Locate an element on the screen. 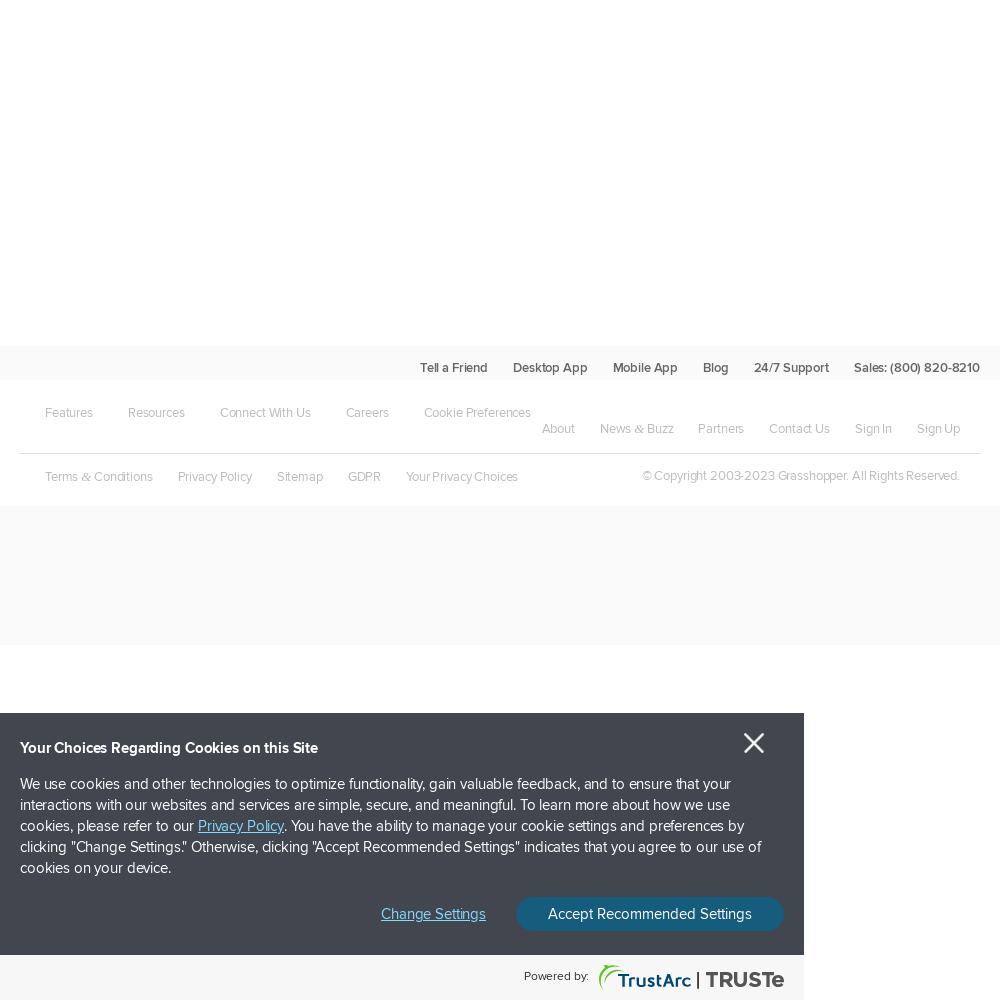 The image size is (1000, 1000). 'GDPR' is located at coordinates (363, 476).